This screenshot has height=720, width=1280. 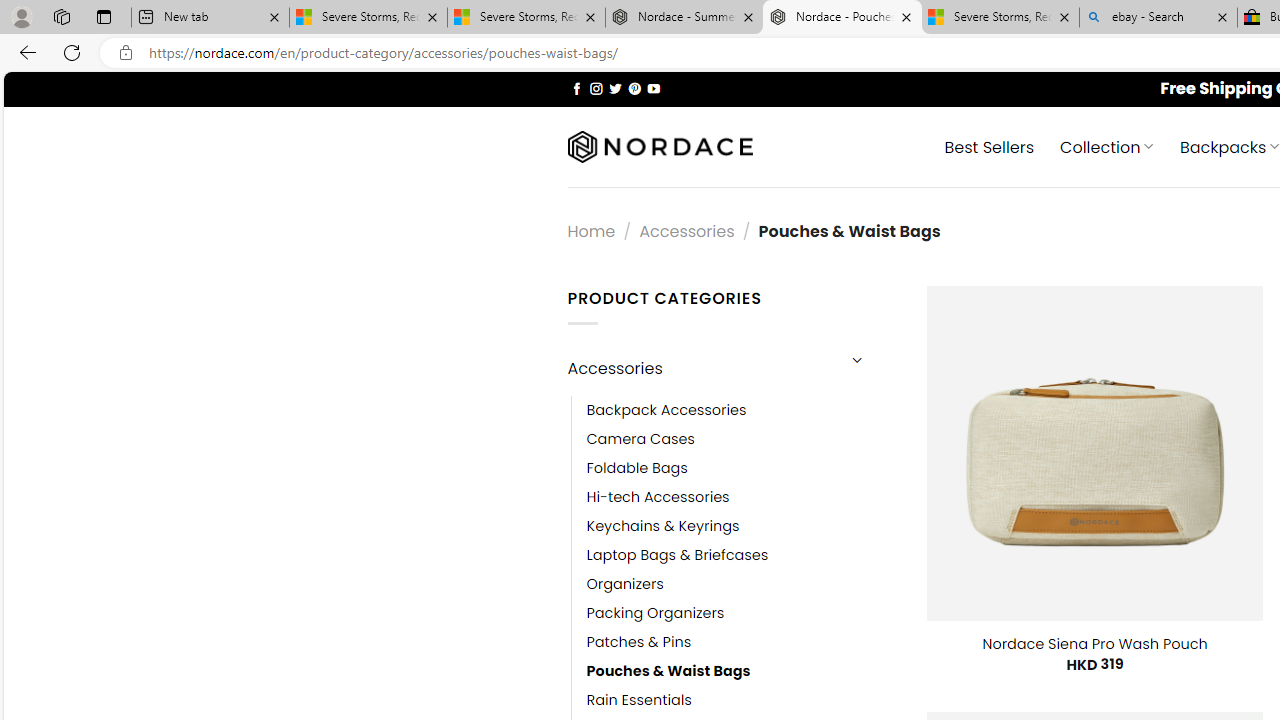 I want to click on 'Follow on YouTube', so click(x=653, y=87).